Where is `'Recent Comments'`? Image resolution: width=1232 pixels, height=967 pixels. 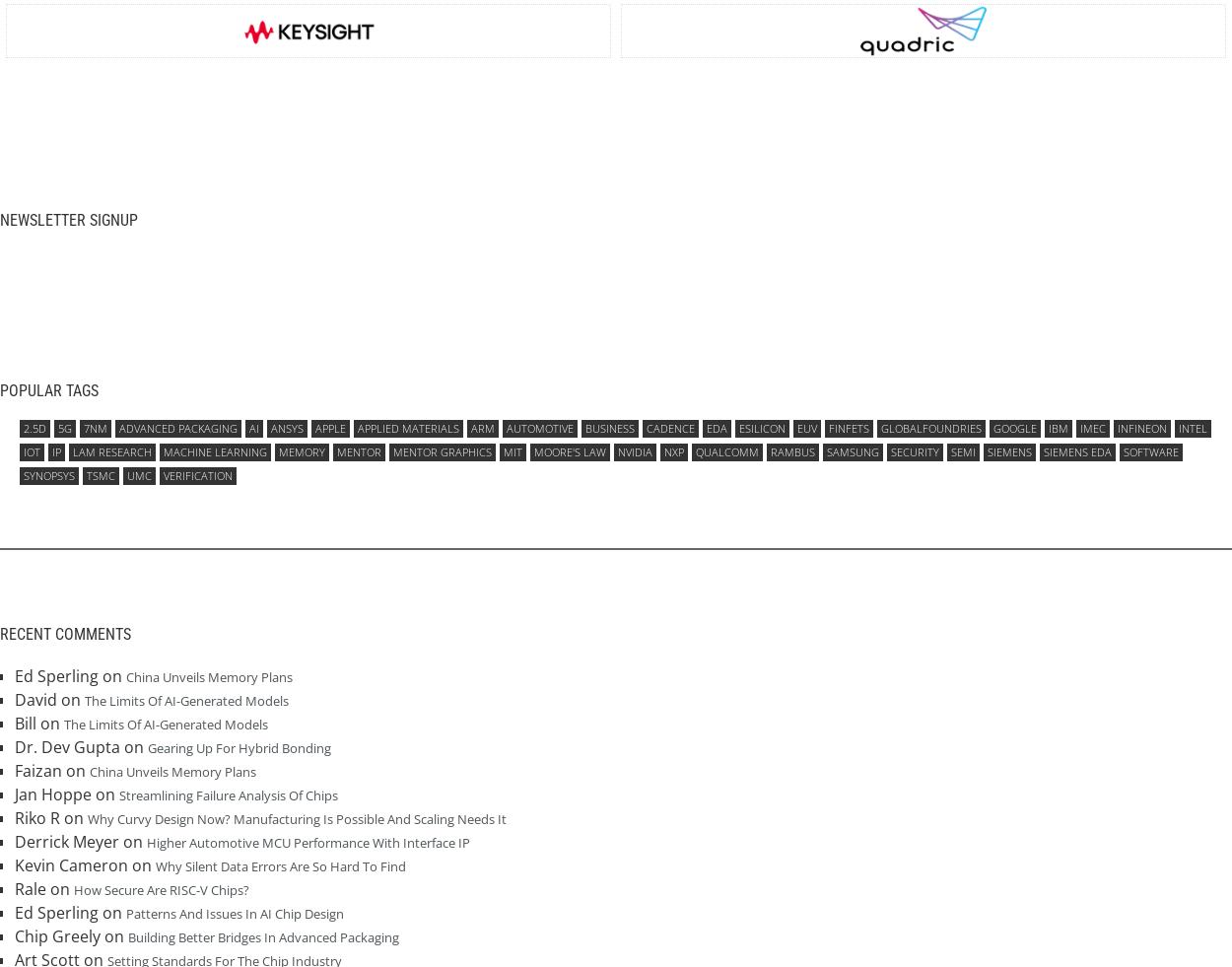 'Recent Comments' is located at coordinates (64, 634).